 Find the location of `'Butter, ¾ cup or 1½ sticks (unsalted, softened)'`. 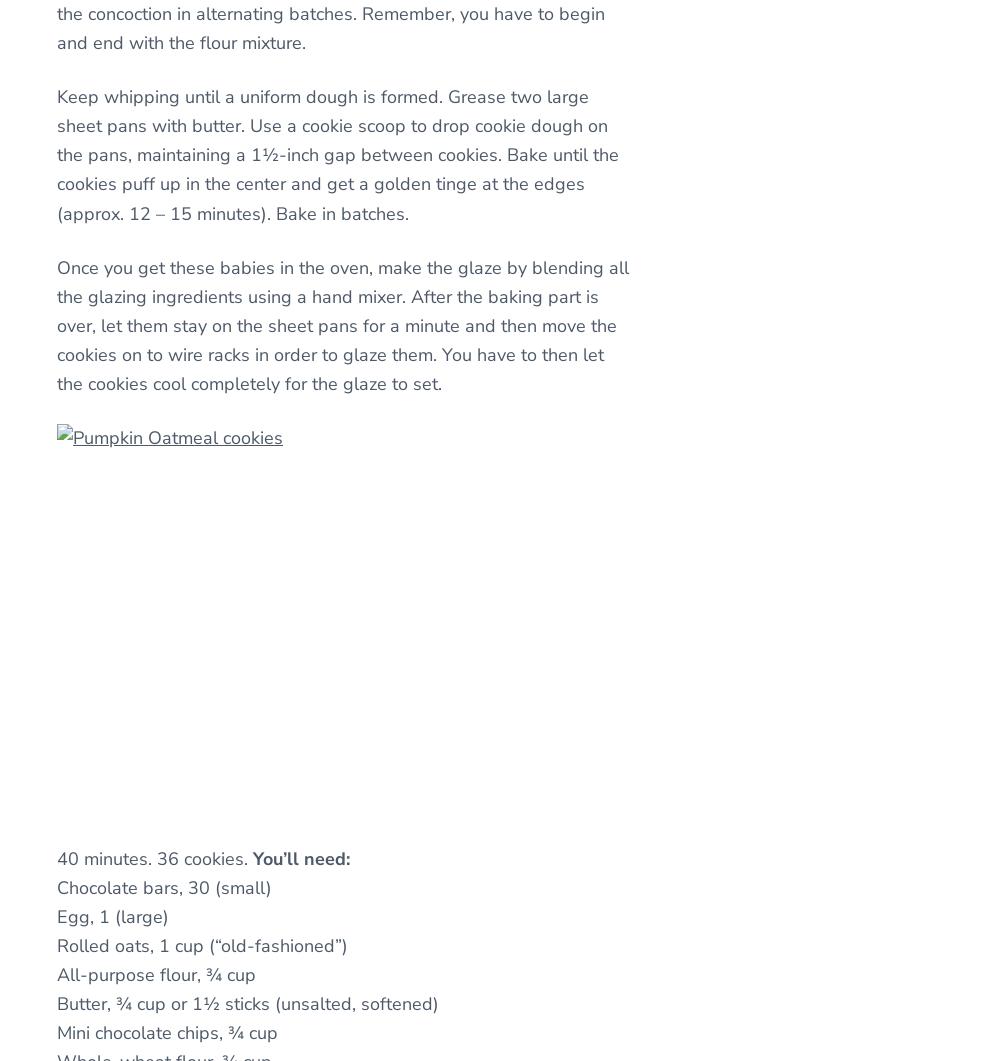

'Butter, ¾ cup or 1½ sticks (unsalted, softened)' is located at coordinates (246, 1003).